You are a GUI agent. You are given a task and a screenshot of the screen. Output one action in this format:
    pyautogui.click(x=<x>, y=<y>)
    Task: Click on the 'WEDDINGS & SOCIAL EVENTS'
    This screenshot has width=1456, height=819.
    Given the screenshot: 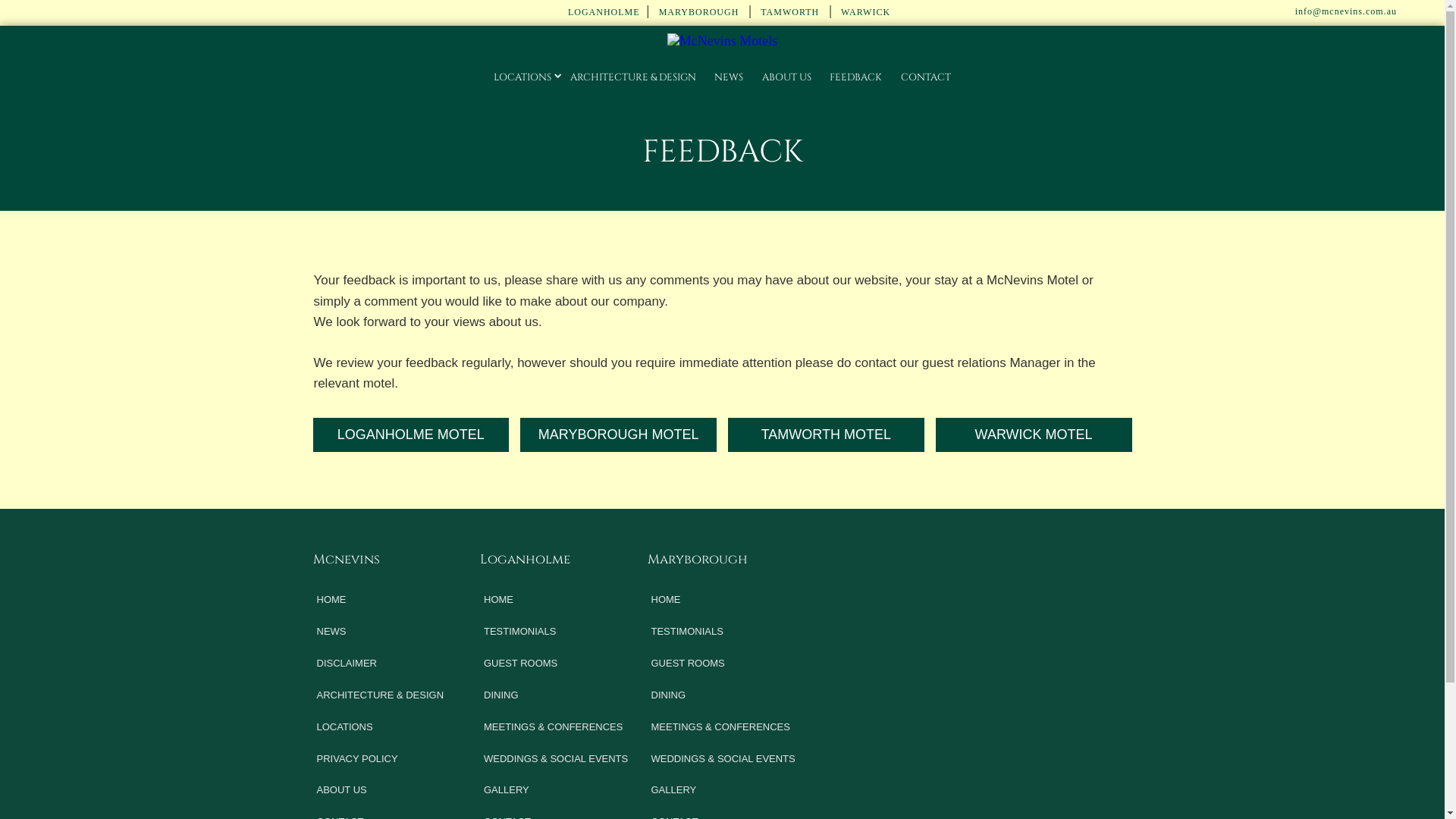 What is the action you would take?
    pyautogui.click(x=563, y=759)
    